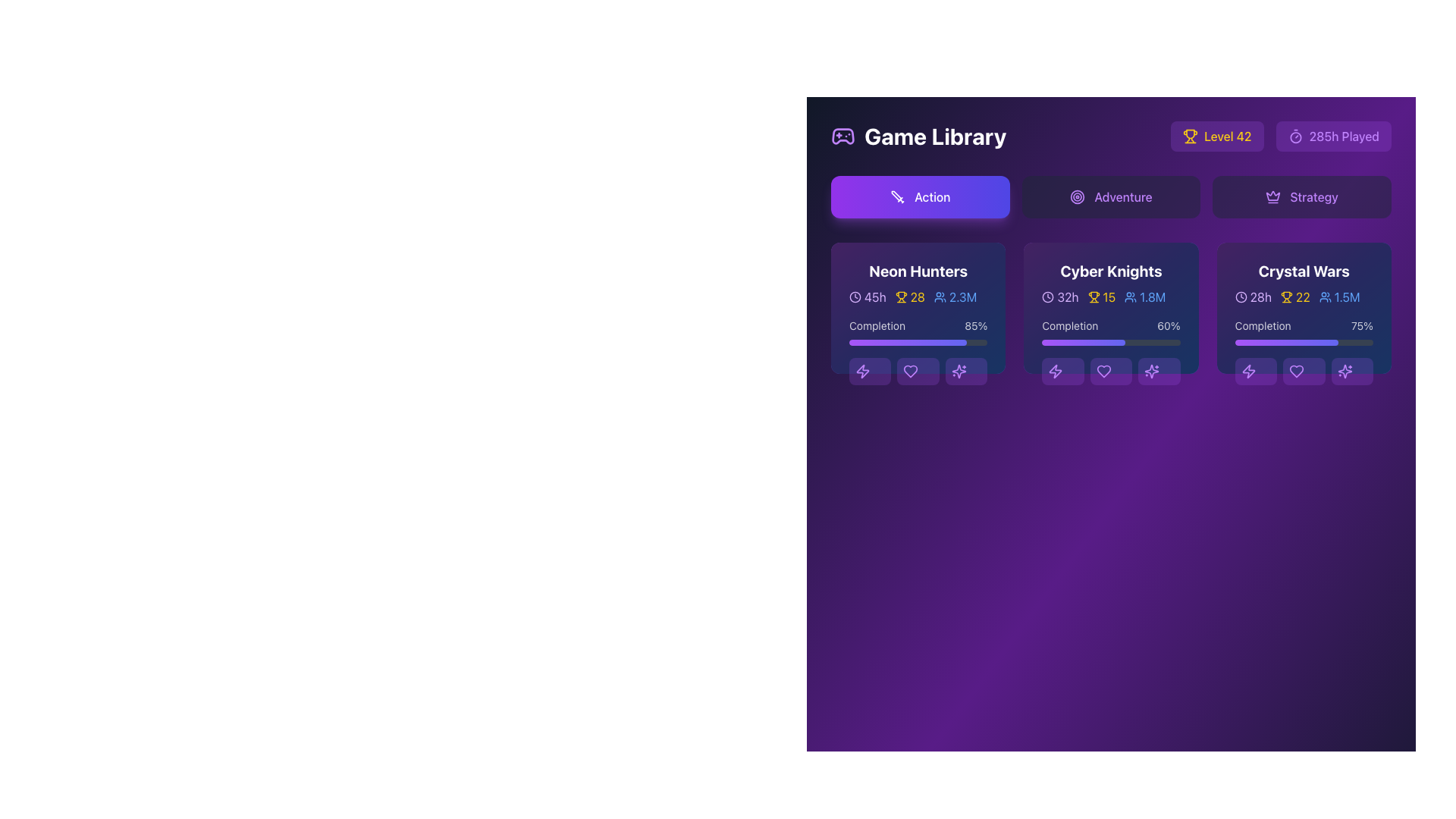 The width and height of the screenshot is (1456, 819). Describe the element at coordinates (1111, 342) in the screenshot. I see `the progress bar located under the 'Completion' label in the 'Cyber Knights' card within the 'Game Library' interface, which indicates a 60% completion rate` at that location.